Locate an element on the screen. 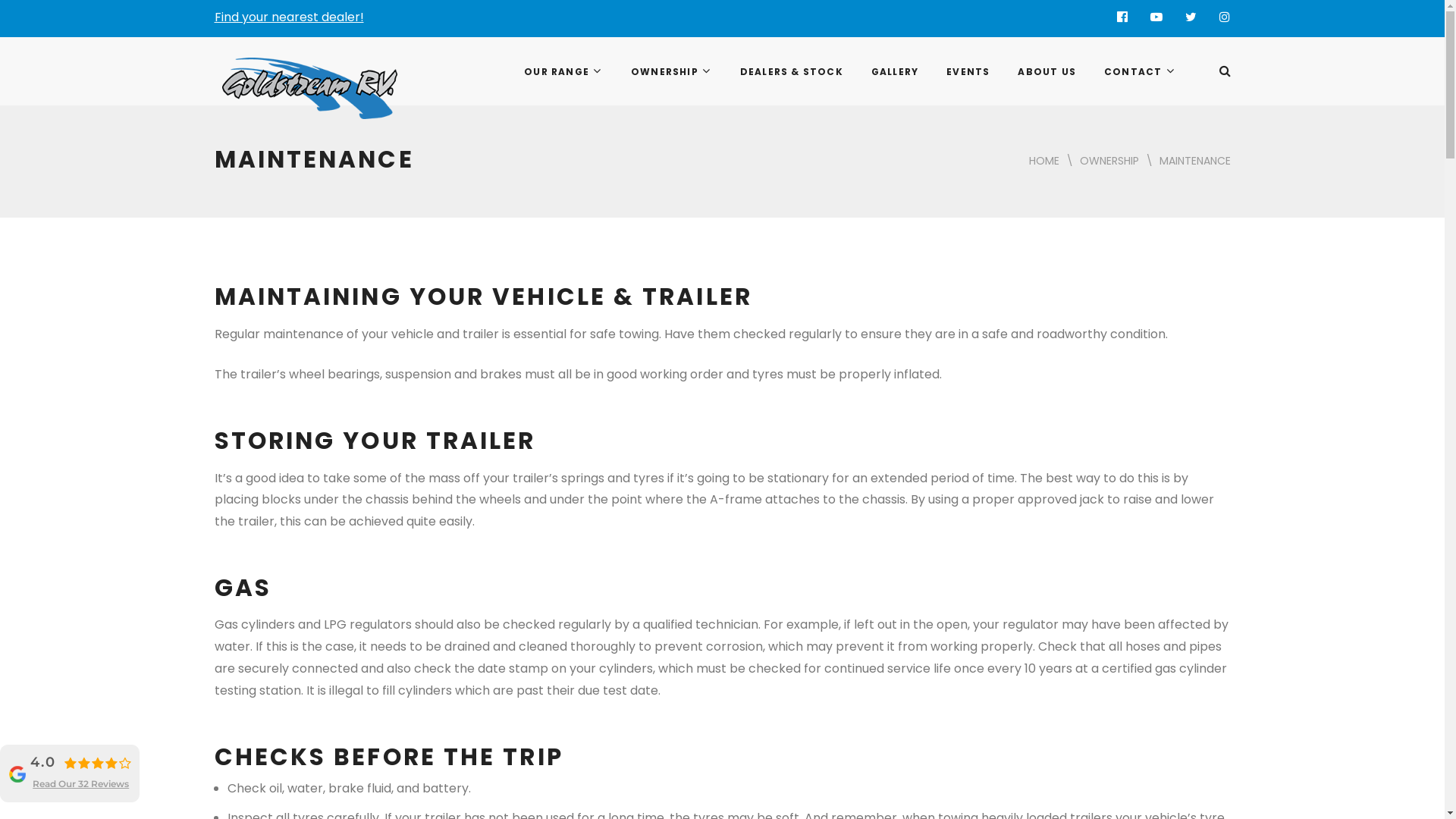 This screenshot has width=1456, height=819. 'OUR RANGE' is located at coordinates (561, 71).